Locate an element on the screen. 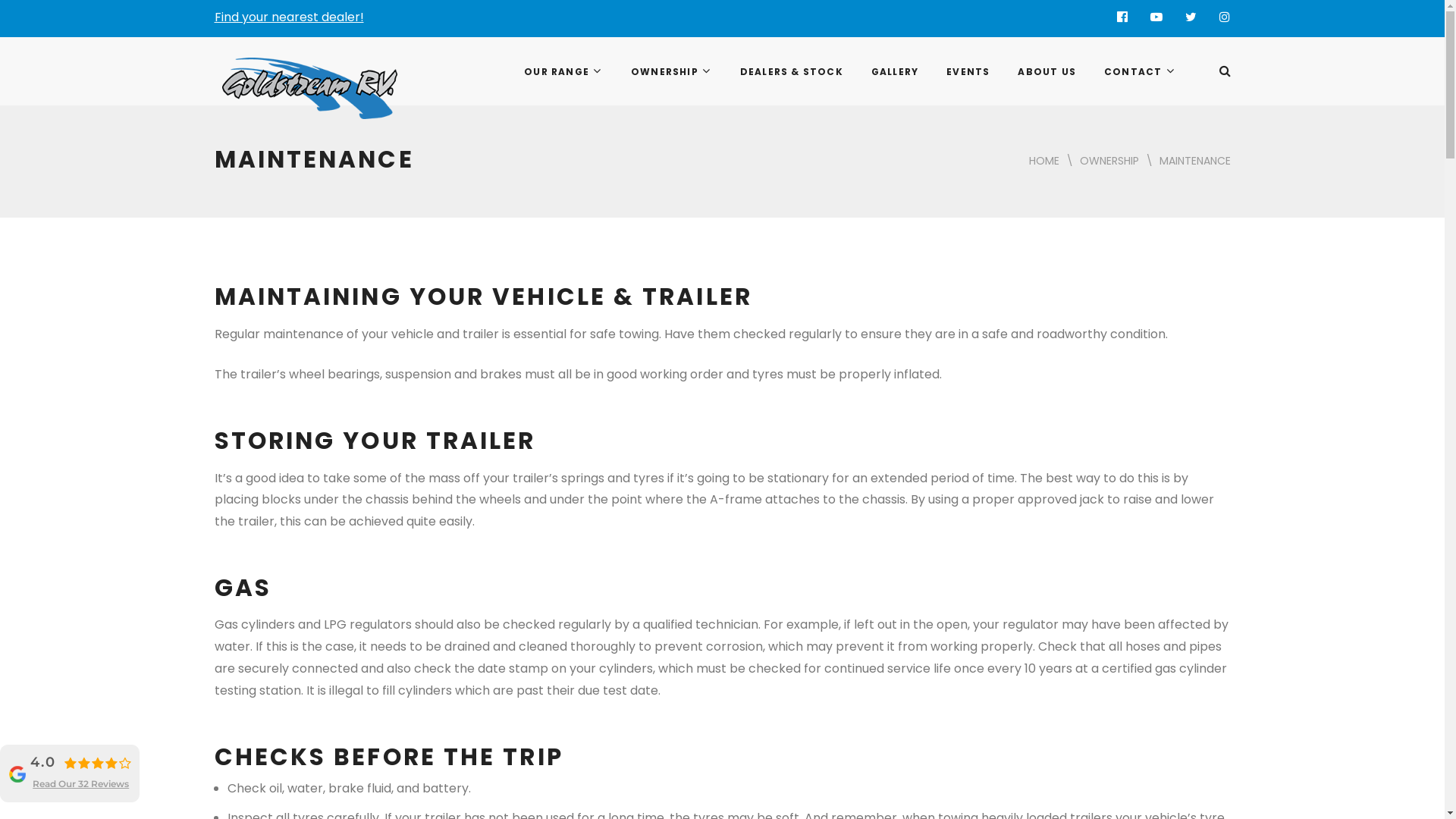 This screenshot has width=1456, height=819. 'OUR RANGE' is located at coordinates (561, 71).